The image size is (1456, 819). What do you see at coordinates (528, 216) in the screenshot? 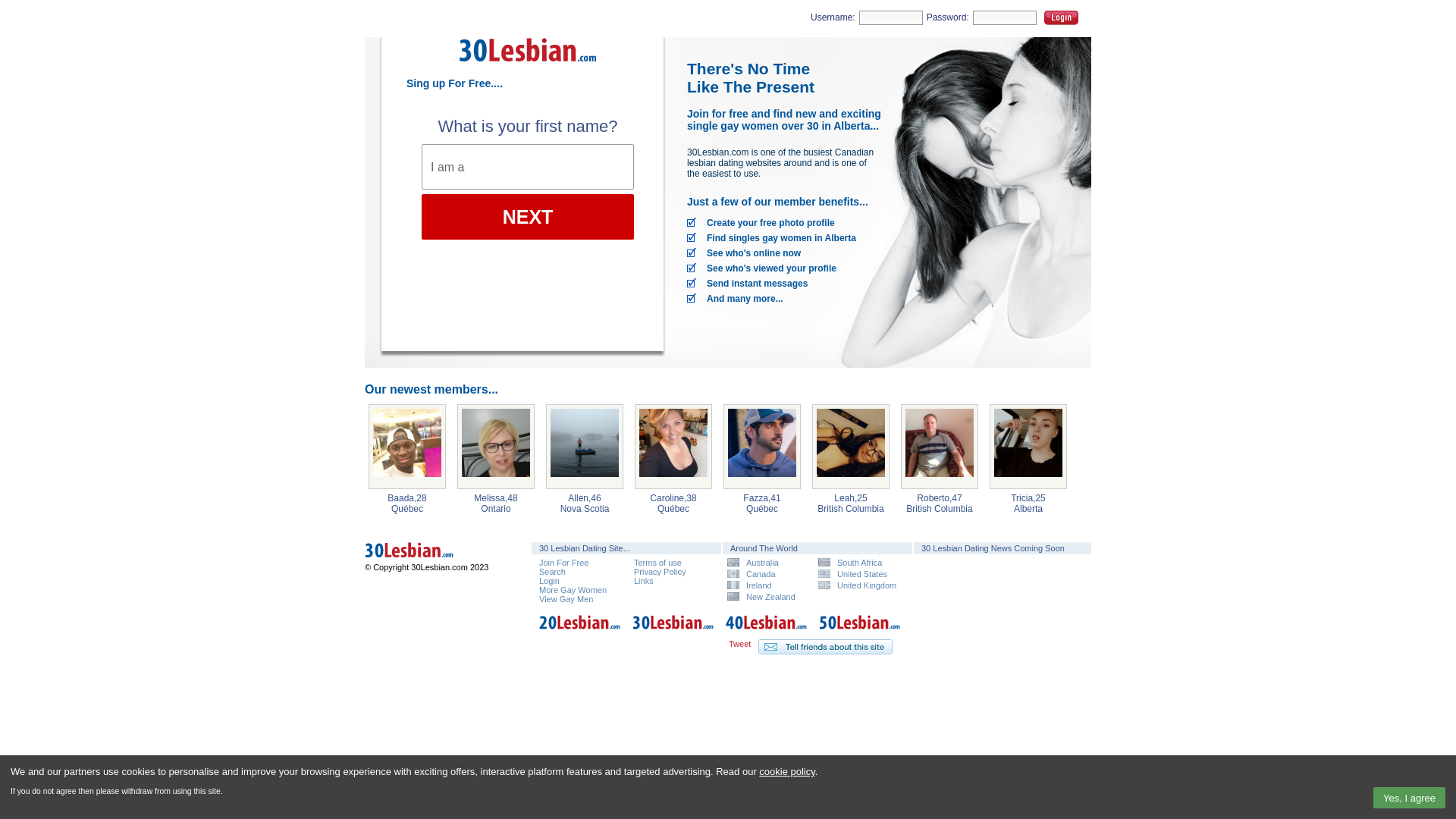
I see `'NEXT'` at bounding box center [528, 216].